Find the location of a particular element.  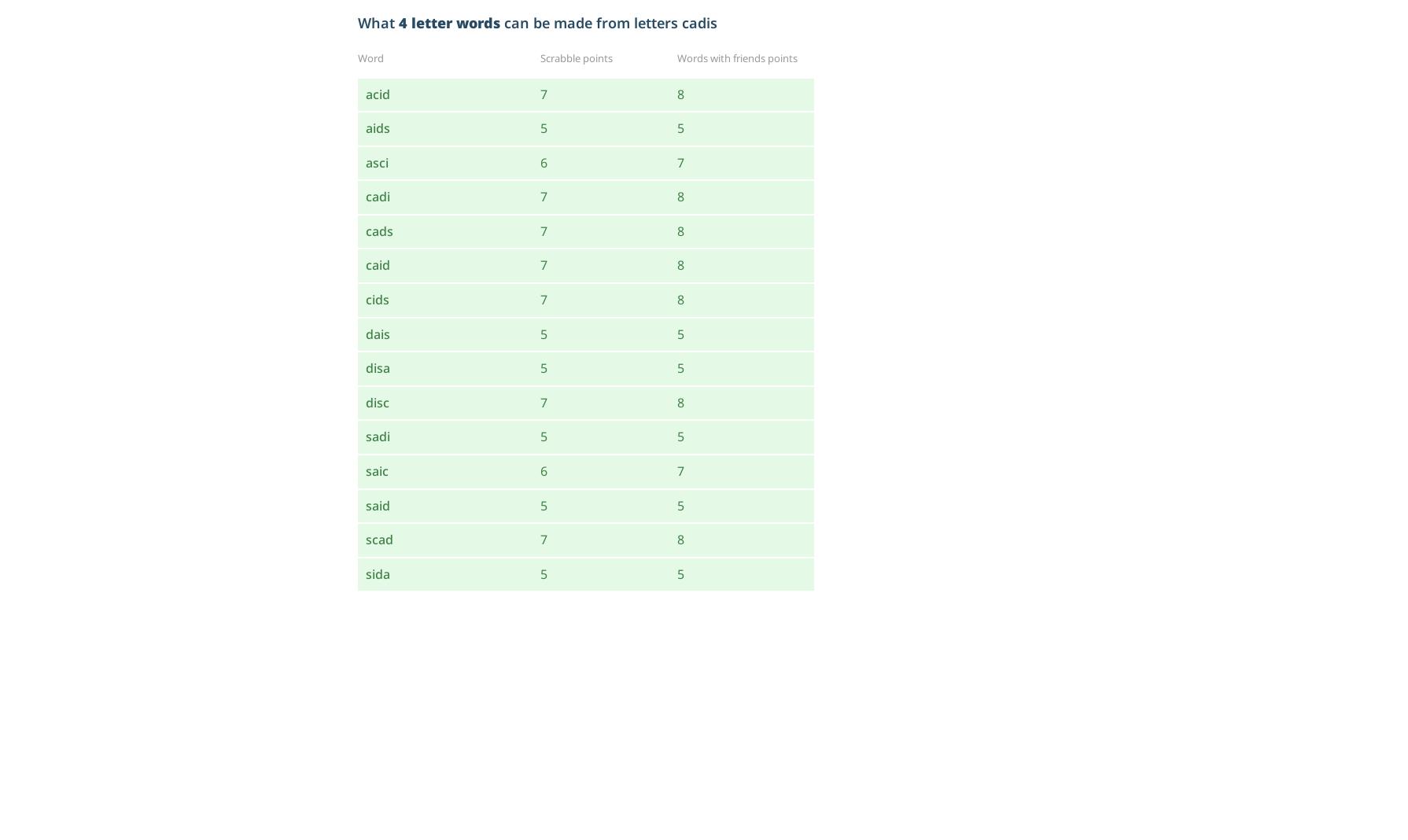

'cids' is located at coordinates (365, 298).